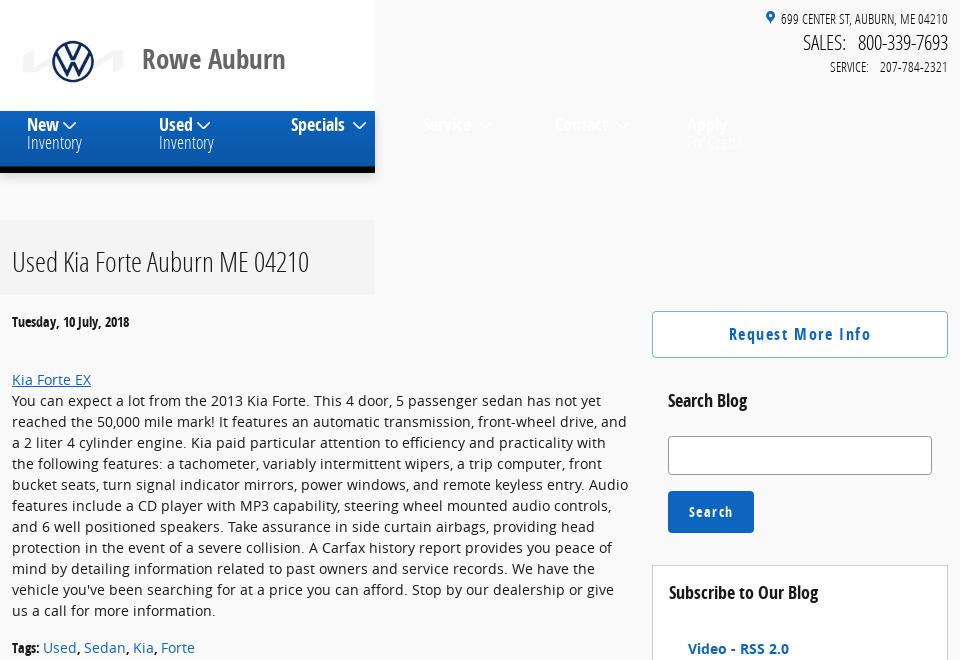 The image size is (960, 660). Describe the element at coordinates (11, 337) in the screenshot. I see `'Tuesday, 10 July, 2018'` at that location.